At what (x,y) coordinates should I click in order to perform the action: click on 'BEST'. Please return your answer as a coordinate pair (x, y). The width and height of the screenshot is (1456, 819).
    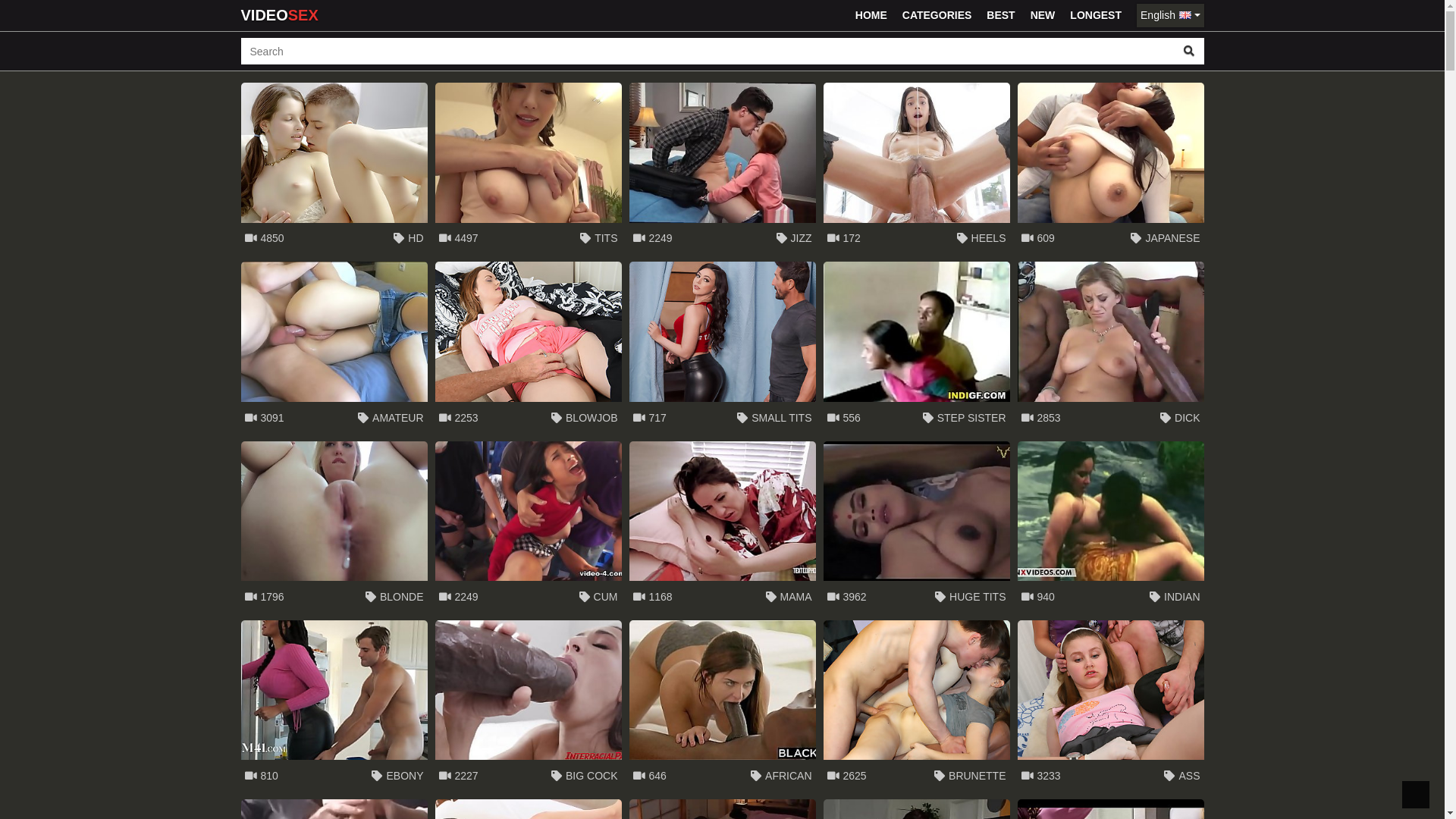
    Looking at the image, I should click on (1000, 15).